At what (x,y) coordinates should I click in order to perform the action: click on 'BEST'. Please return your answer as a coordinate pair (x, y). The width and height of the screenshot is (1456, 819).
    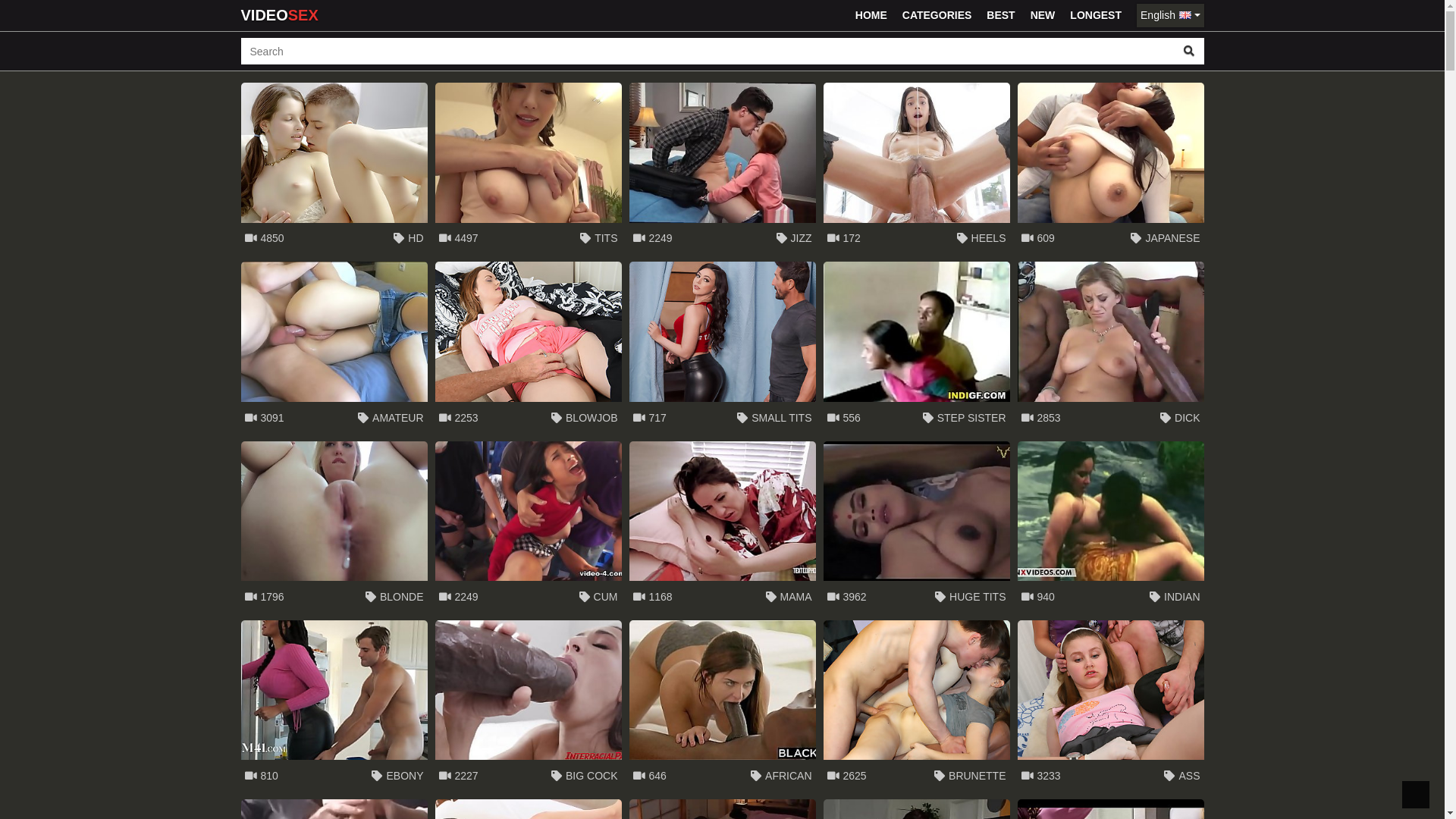
    Looking at the image, I should click on (1000, 15).